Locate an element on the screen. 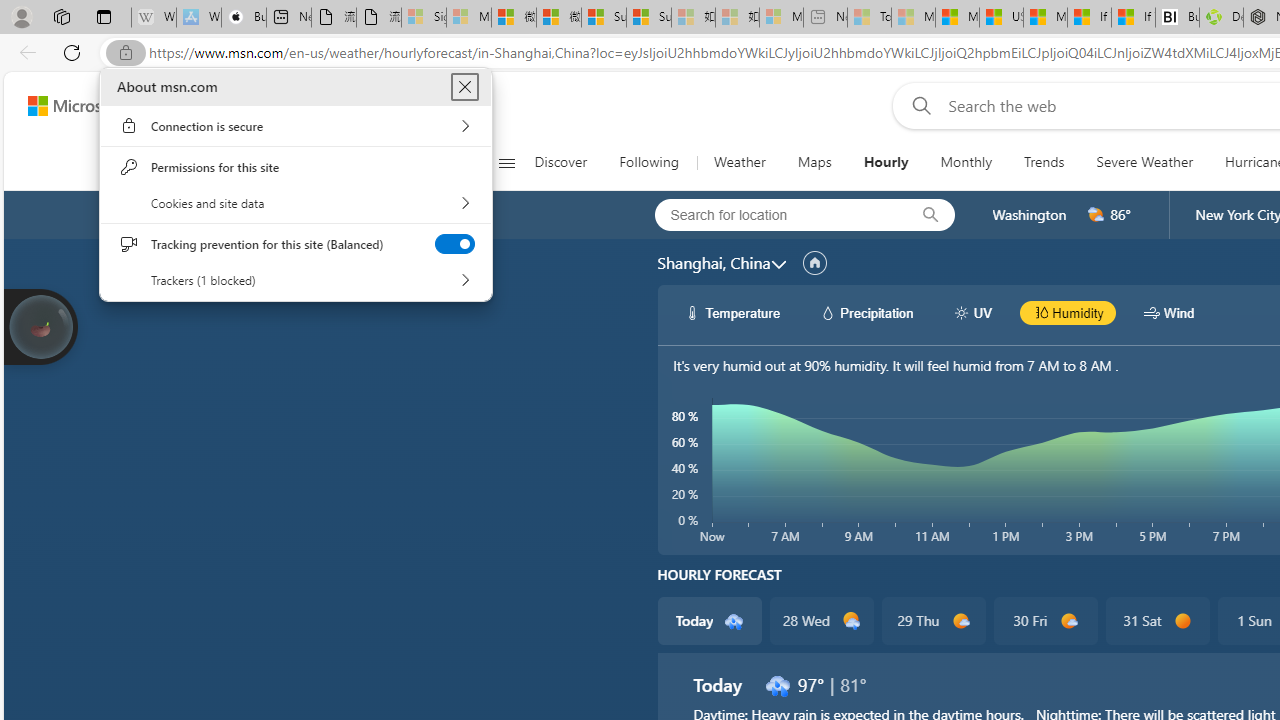 The image size is (1280, 720). 'Buy iPad - Apple' is located at coordinates (242, 17).